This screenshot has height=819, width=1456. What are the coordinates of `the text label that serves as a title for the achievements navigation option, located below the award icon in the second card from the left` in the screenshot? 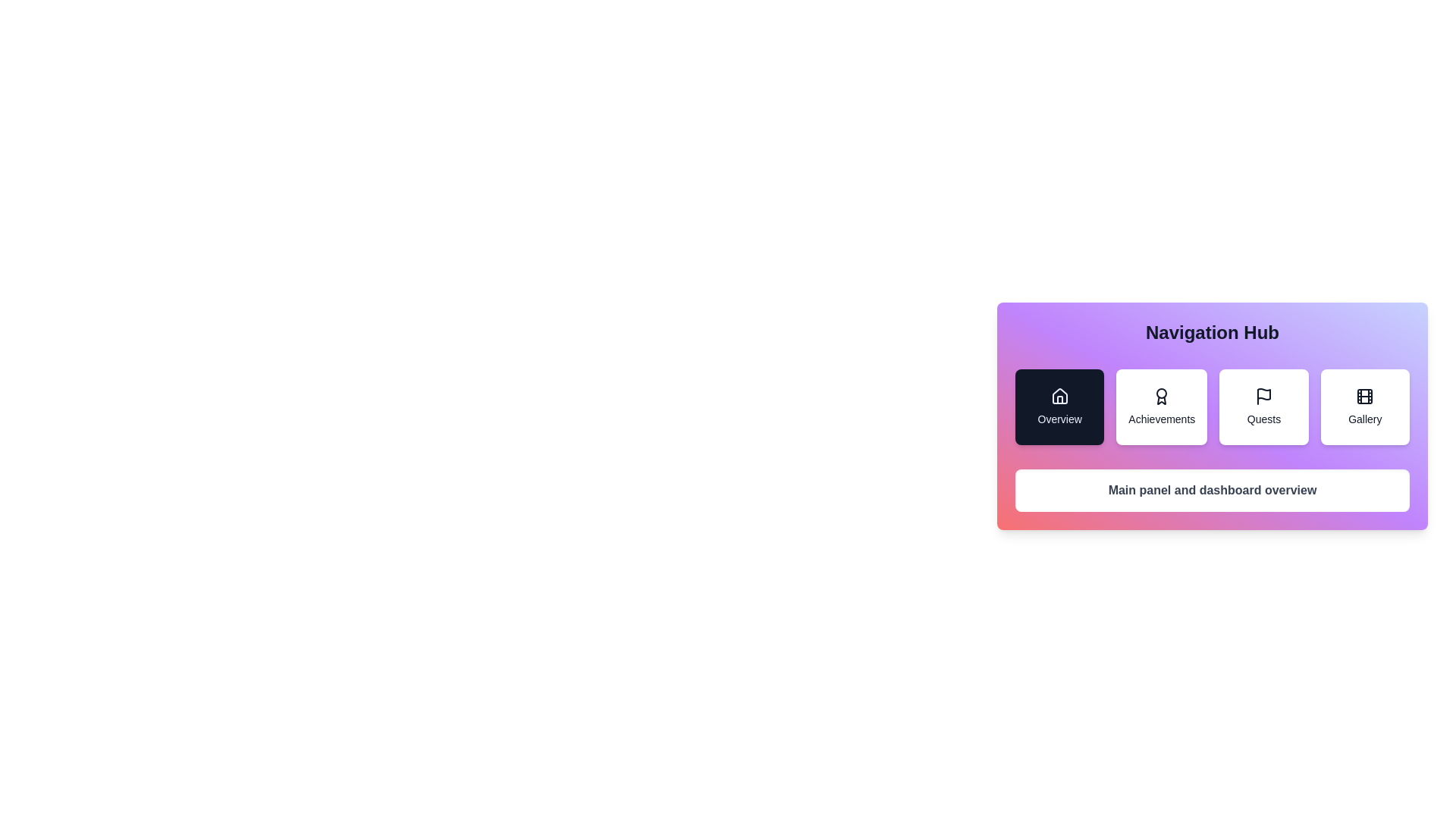 It's located at (1161, 419).